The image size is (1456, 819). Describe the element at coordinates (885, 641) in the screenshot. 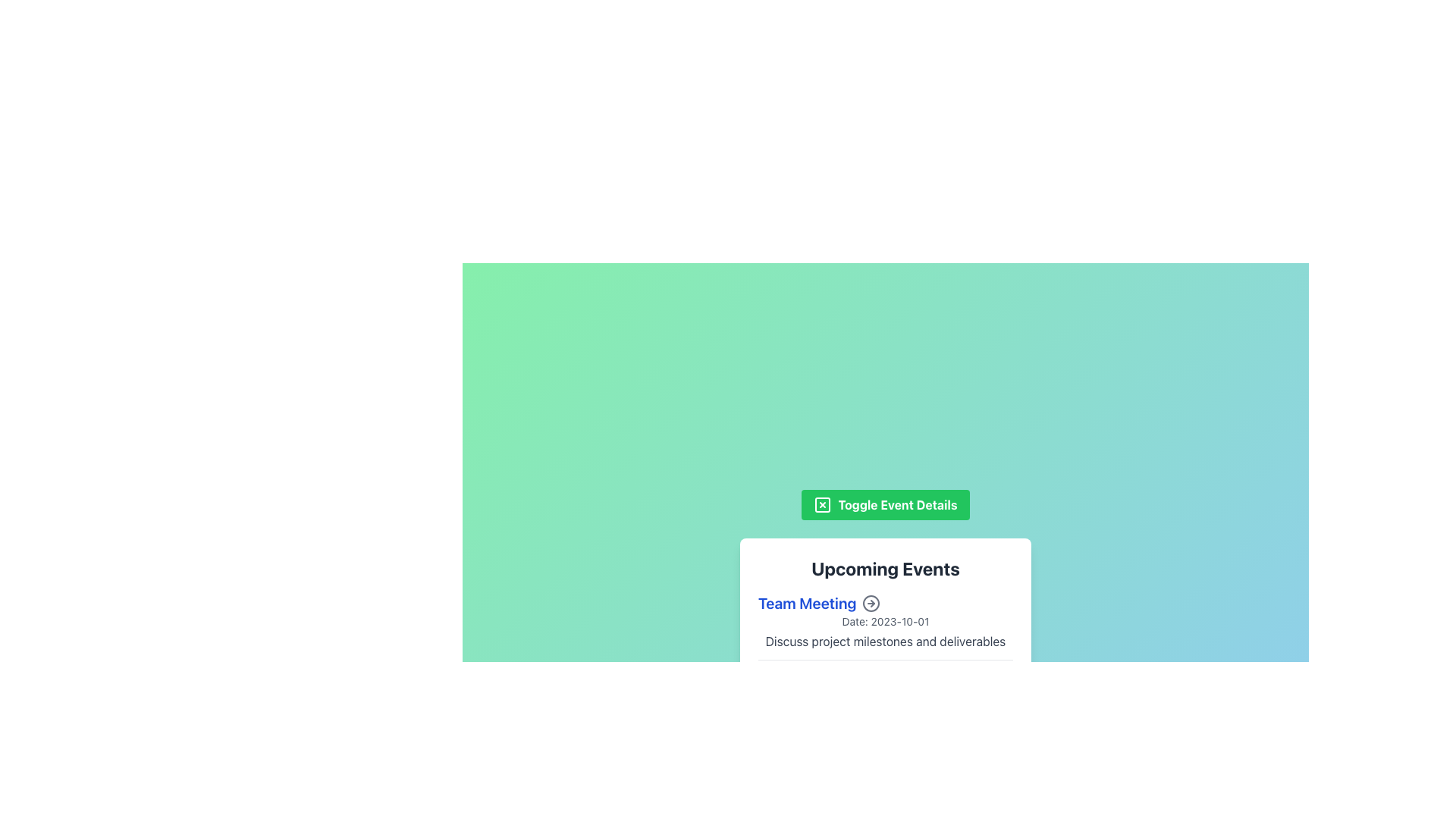

I see `text label that provides a summary or key point related to the event, positioned after 'Date: 2023-10-01'` at that location.